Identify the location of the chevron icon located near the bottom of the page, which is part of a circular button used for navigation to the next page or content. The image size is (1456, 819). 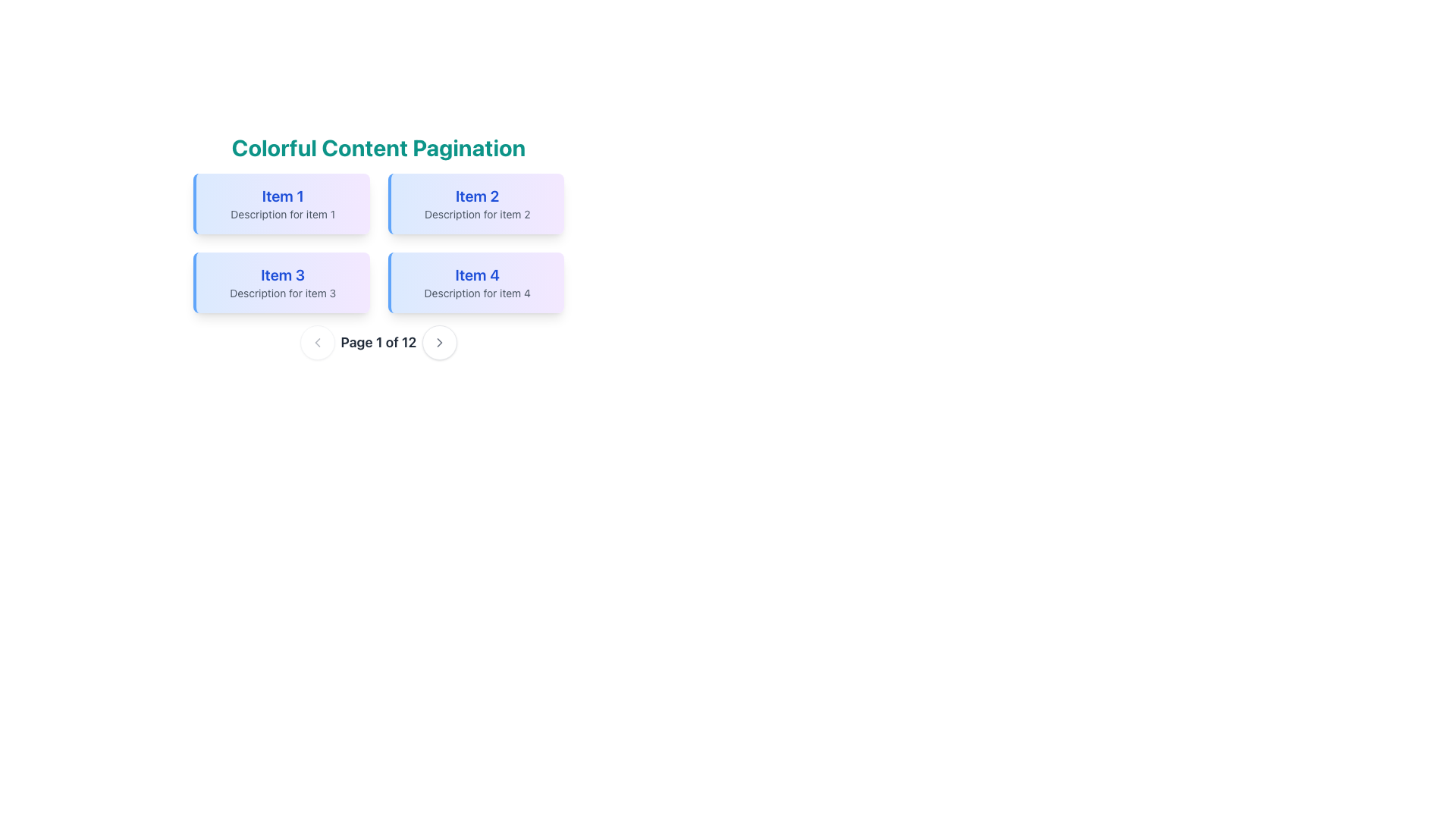
(439, 342).